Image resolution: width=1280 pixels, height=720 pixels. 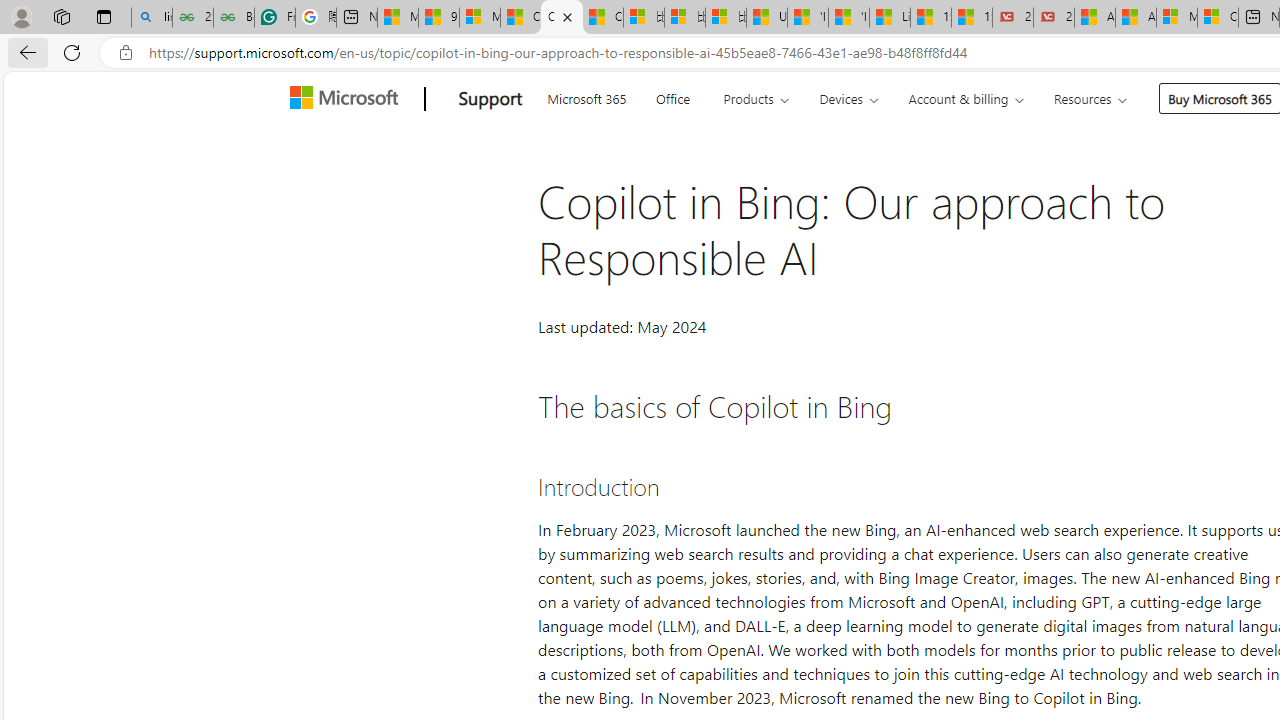 What do you see at coordinates (1216, 17) in the screenshot?
I see `'Cloud Computing Services | Microsoft Azure'` at bounding box center [1216, 17].